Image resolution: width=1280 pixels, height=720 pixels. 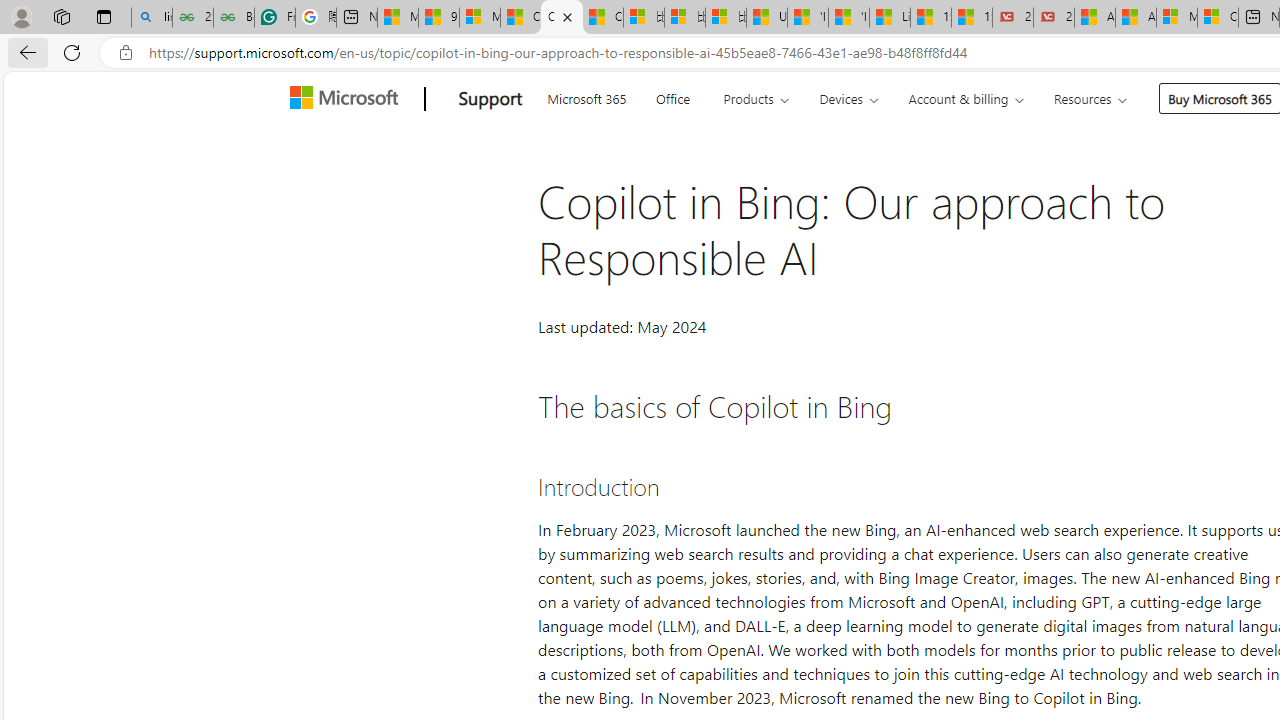 What do you see at coordinates (1216, 17) in the screenshot?
I see `'Cloud Computing Services | Microsoft Azure'` at bounding box center [1216, 17].